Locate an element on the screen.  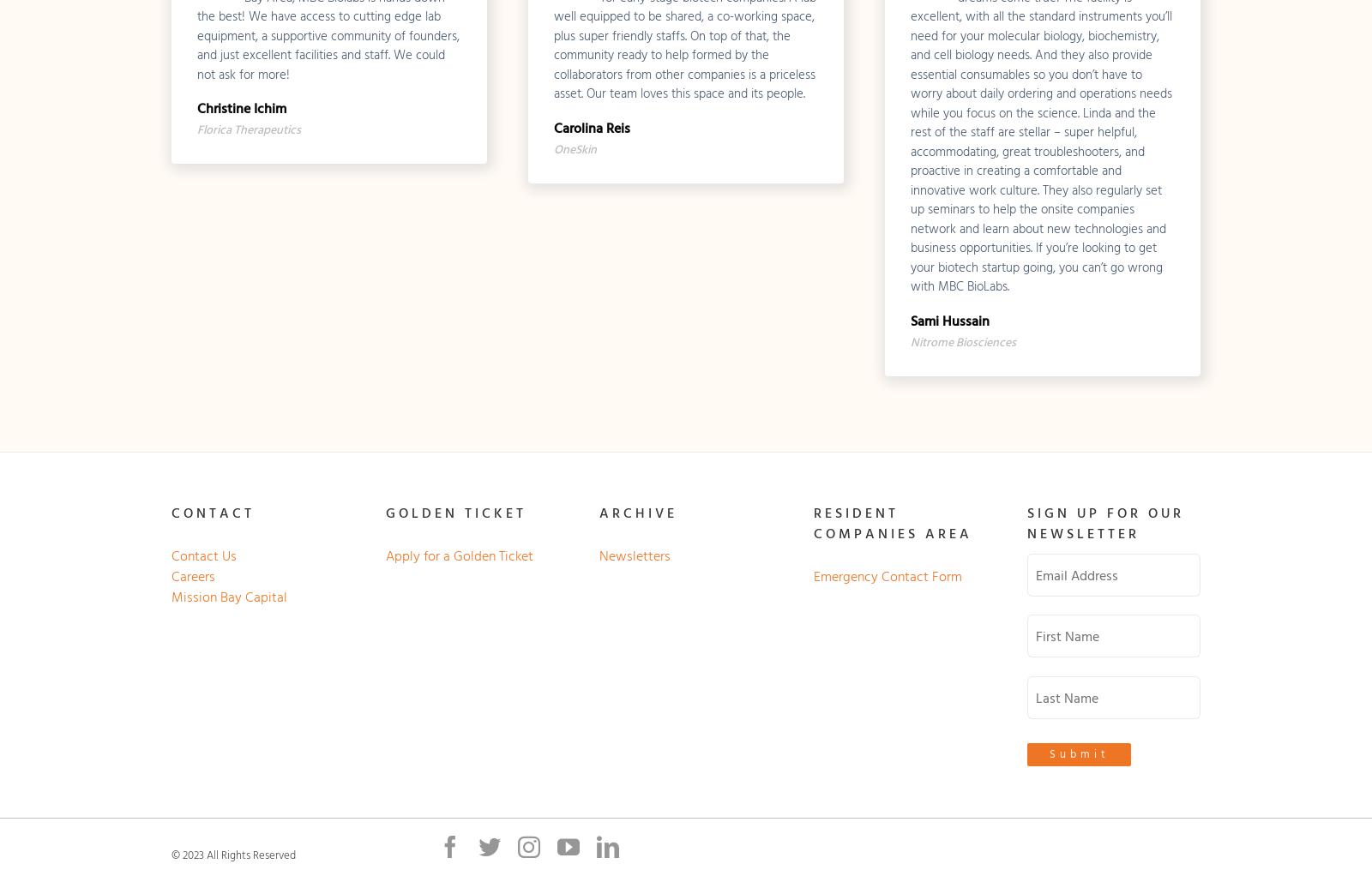
'Apply for a Golden Ticket' is located at coordinates (383, 555).